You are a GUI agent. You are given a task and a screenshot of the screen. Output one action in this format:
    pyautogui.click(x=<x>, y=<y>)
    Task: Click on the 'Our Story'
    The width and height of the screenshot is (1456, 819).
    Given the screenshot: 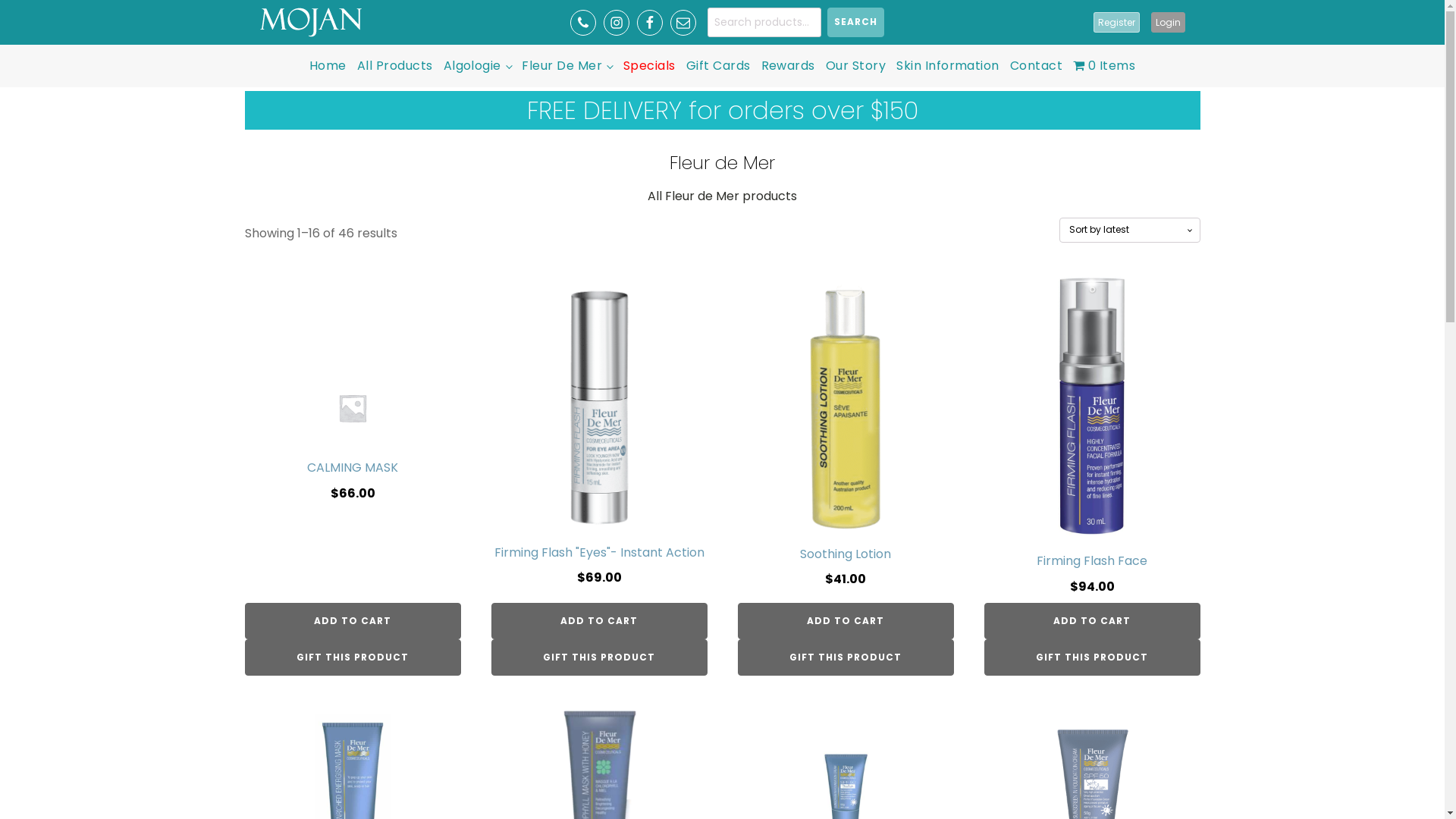 What is the action you would take?
    pyautogui.click(x=855, y=65)
    